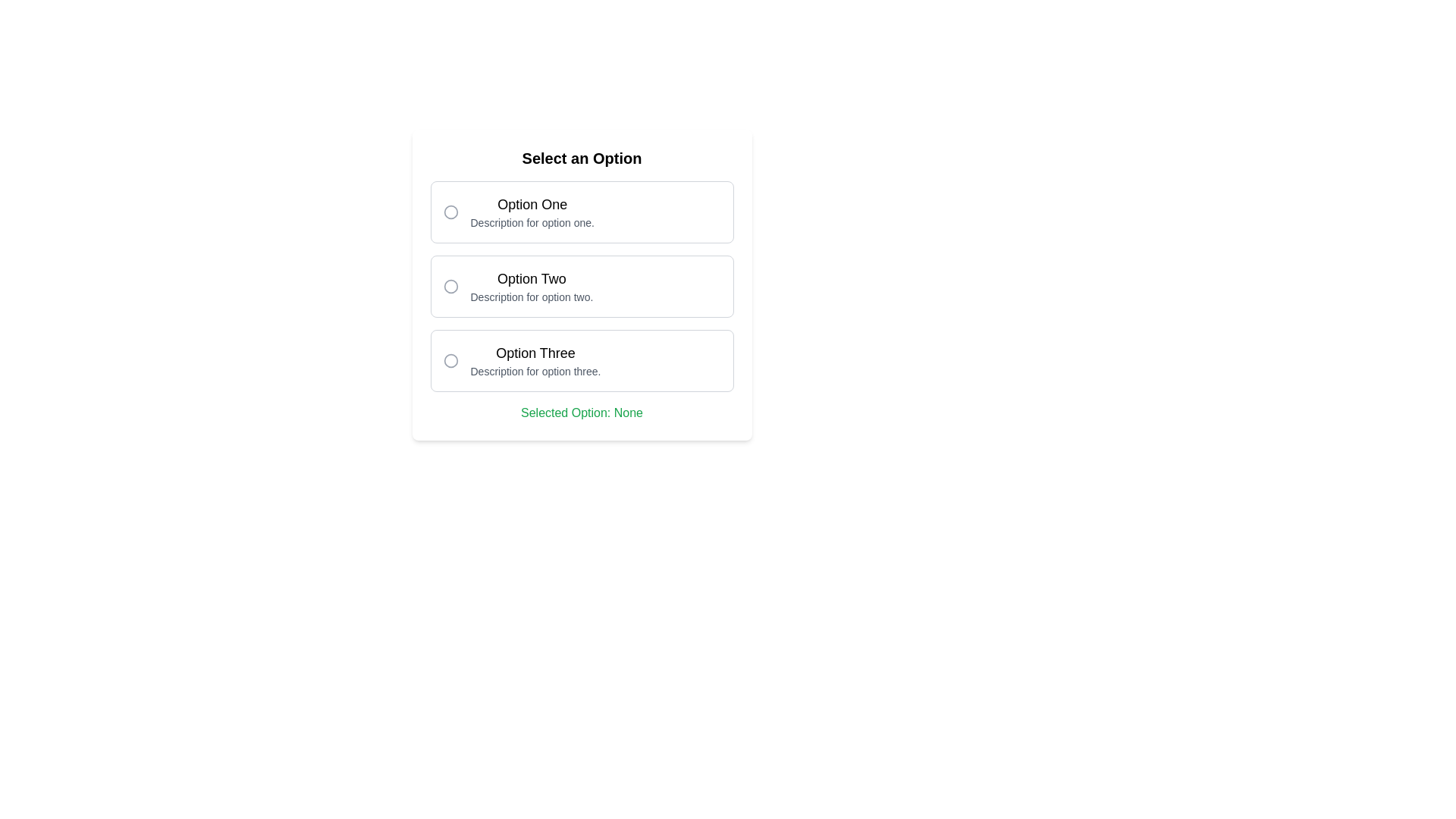 The width and height of the screenshot is (1456, 819). I want to click on text label that provides additional information about the third option in the selection list, located under the 'Option Three' heading, so click(535, 371).